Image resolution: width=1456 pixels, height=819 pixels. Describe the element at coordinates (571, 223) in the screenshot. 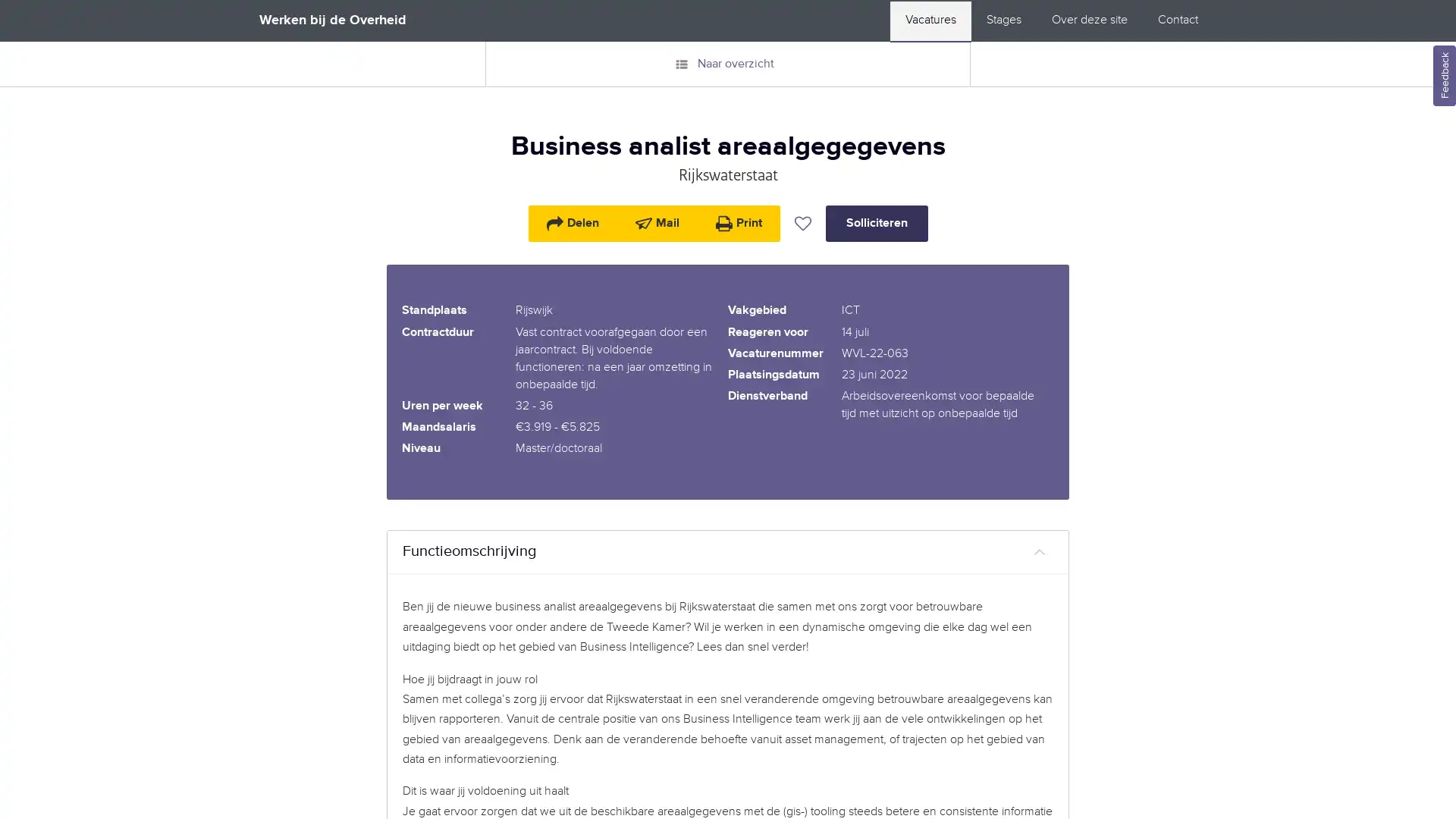

I see `Delen` at that location.